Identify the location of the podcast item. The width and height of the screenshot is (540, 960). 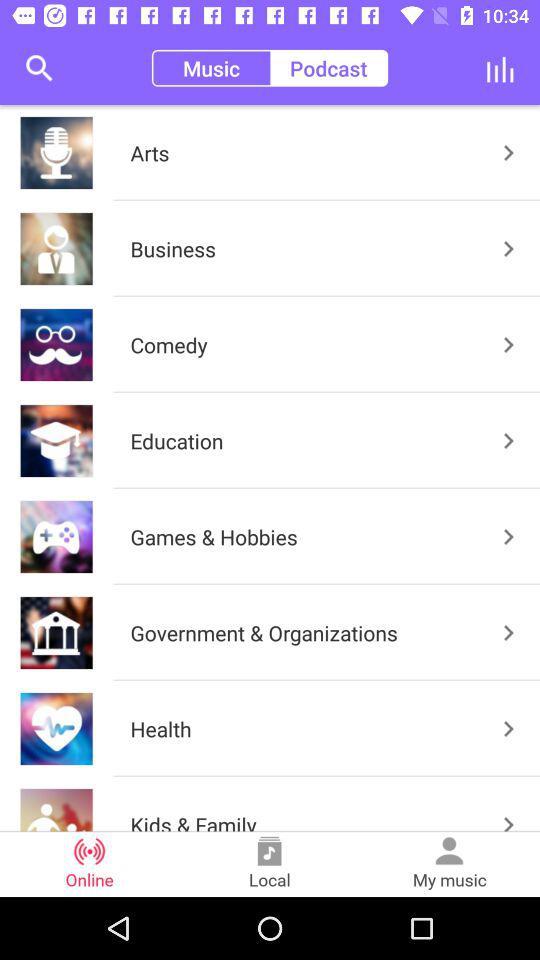
(328, 68).